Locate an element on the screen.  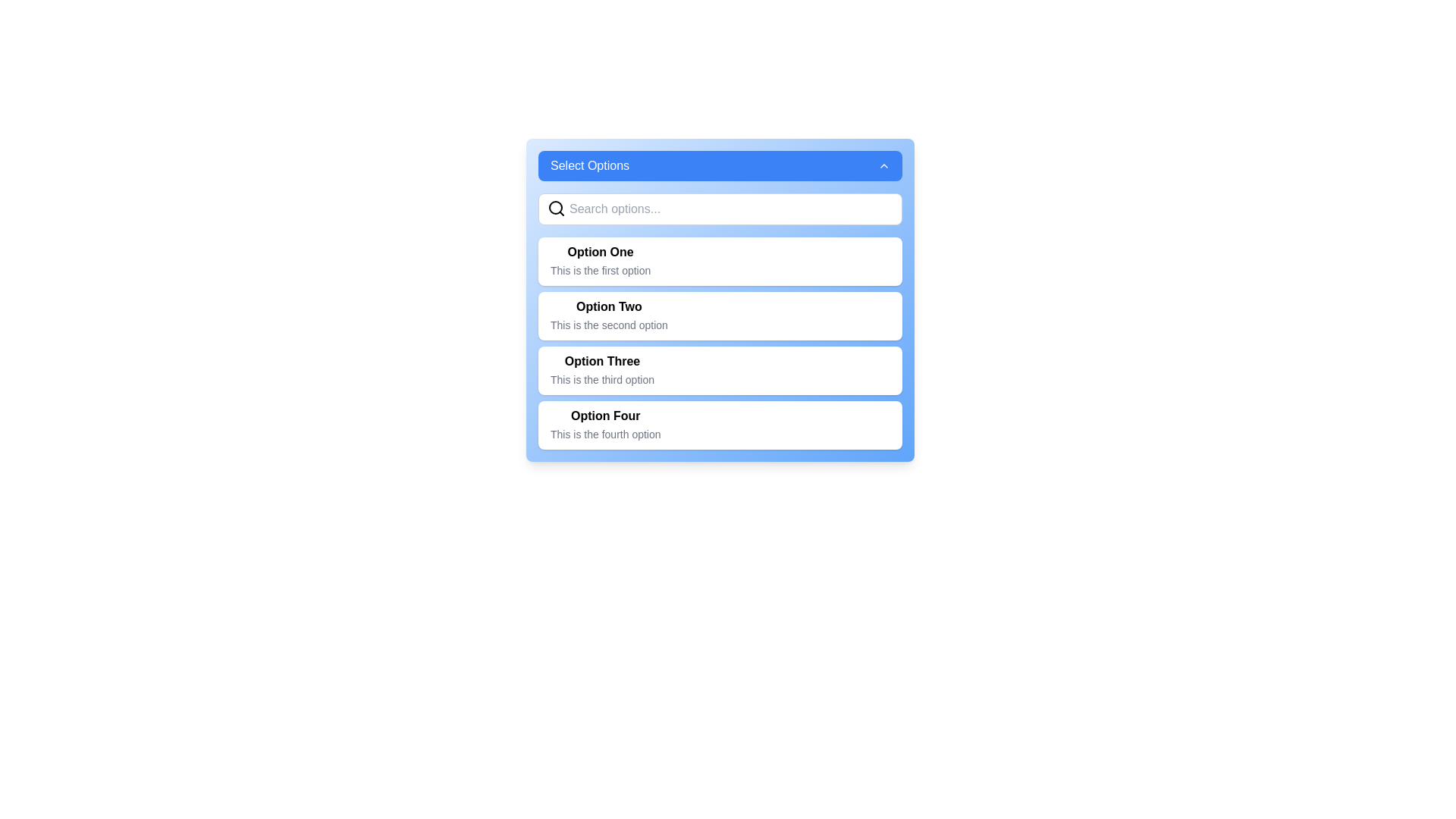
the topmost dropdown trigger button positioned above the search input box is located at coordinates (720, 166).